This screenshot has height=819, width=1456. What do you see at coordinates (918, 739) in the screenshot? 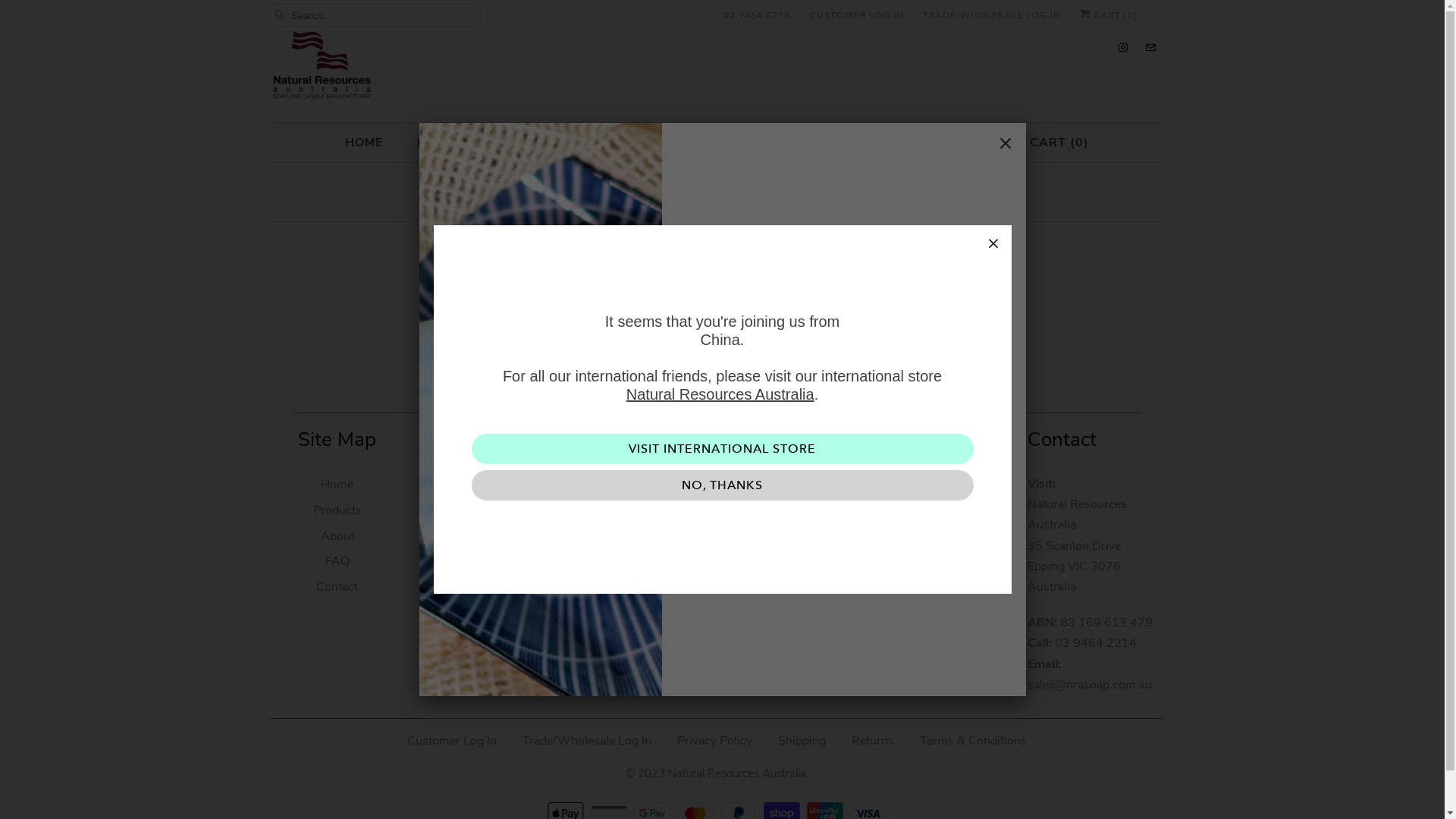
I see `'Terms & Conditions'` at bounding box center [918, 739].